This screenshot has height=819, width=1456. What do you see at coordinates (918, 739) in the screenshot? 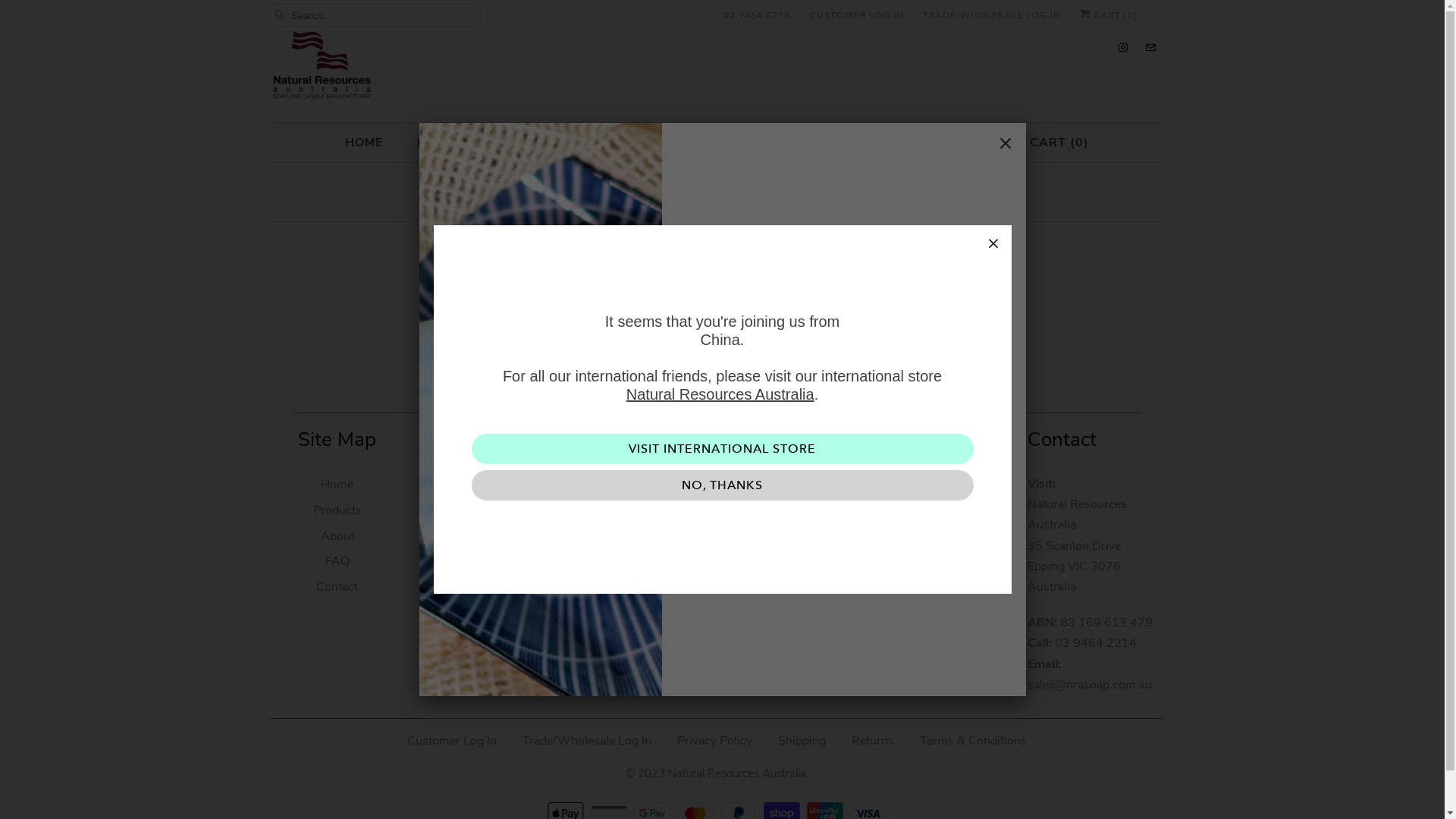
I see `'Terms & Conditions'` at bounding box center [918, 739].